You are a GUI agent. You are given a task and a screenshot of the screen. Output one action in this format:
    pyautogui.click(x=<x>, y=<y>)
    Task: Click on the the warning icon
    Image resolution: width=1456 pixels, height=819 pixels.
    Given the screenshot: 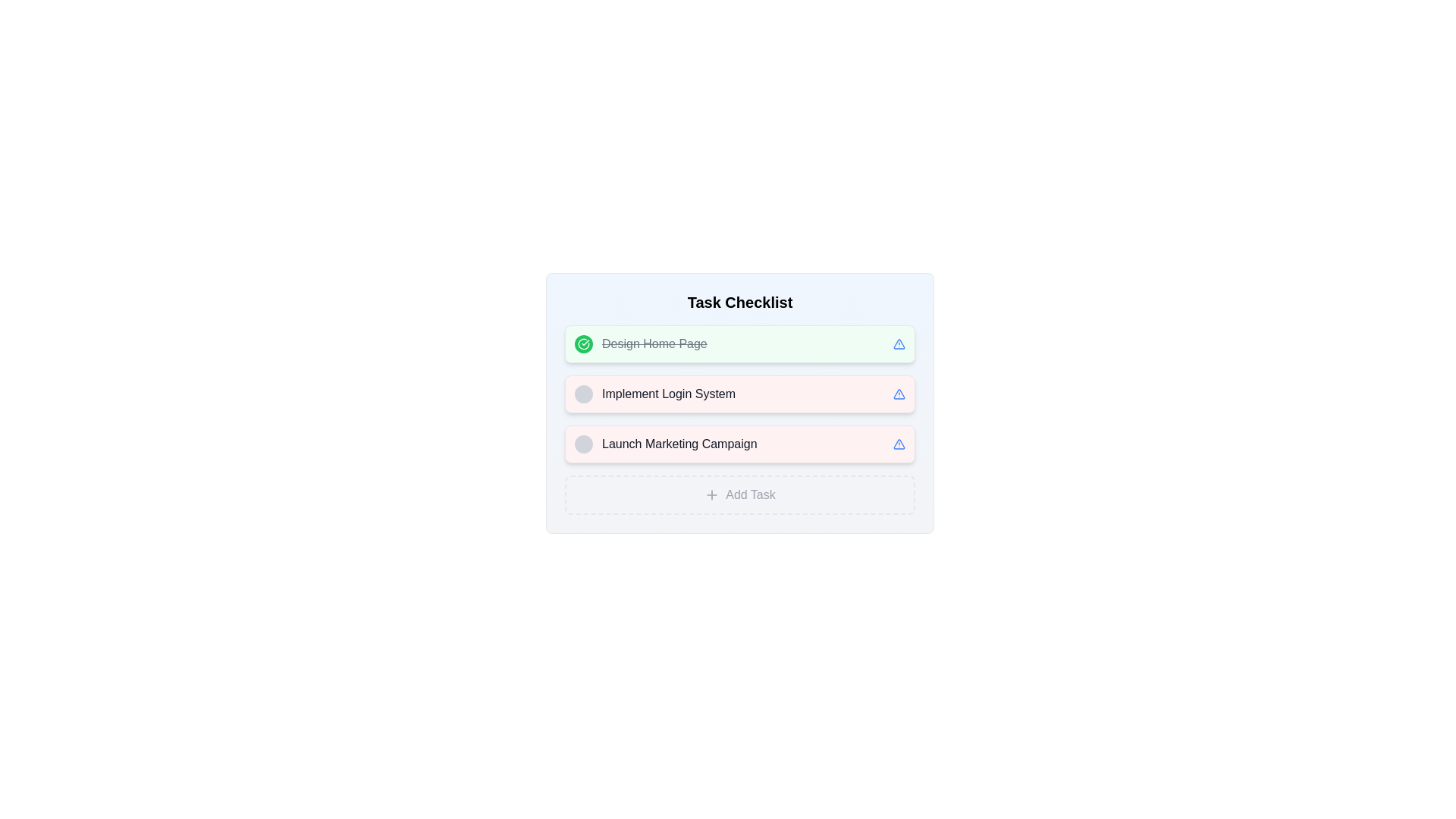 What is the action you would take?
    pyautogui.click(x=899, y=394)
    